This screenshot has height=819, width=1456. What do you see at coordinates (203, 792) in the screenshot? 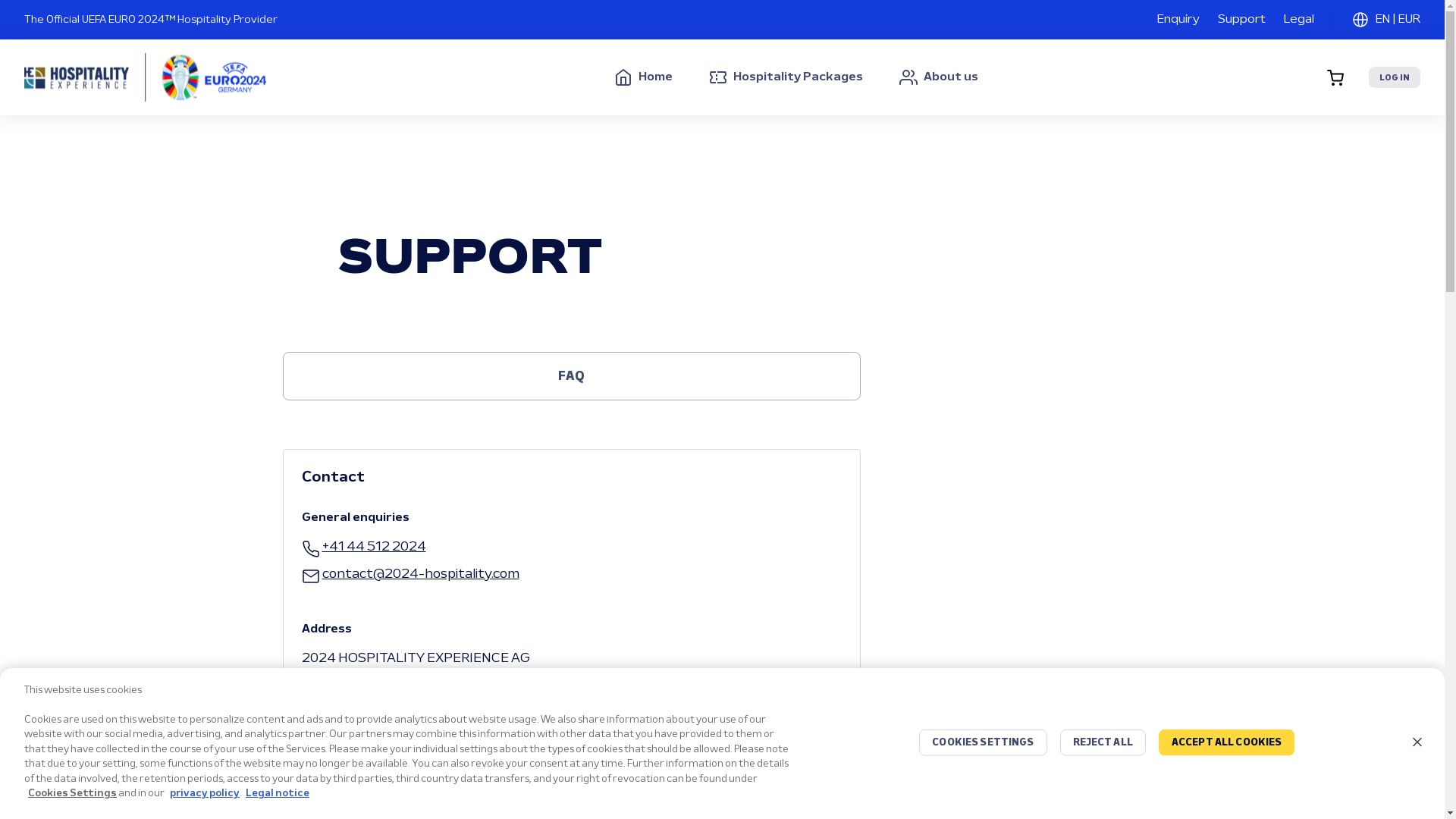
I see `'privacy policy'` at bounding box center [203, 792].